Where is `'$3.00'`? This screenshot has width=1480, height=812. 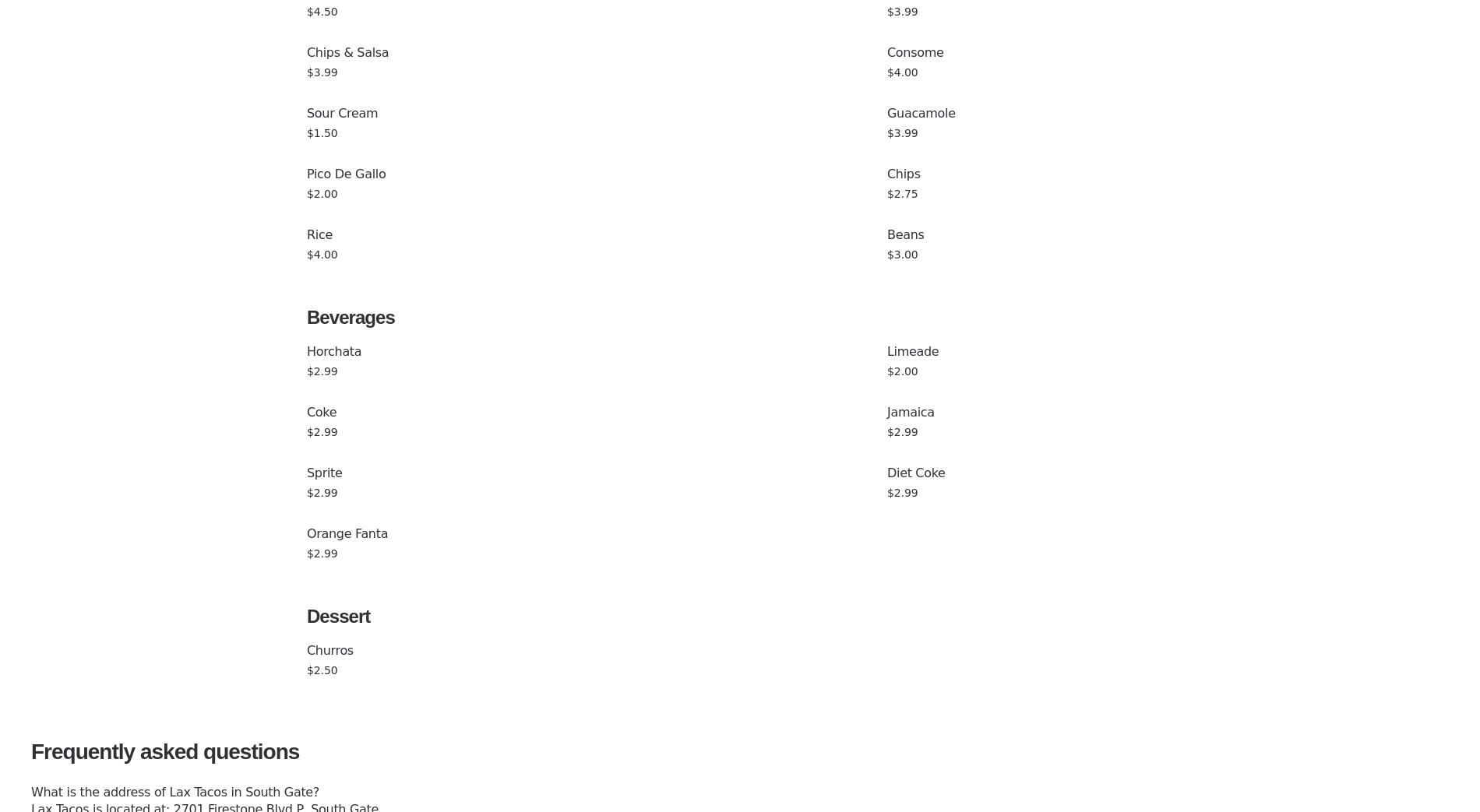 '$3.00' is located at coordinates (902, 253).